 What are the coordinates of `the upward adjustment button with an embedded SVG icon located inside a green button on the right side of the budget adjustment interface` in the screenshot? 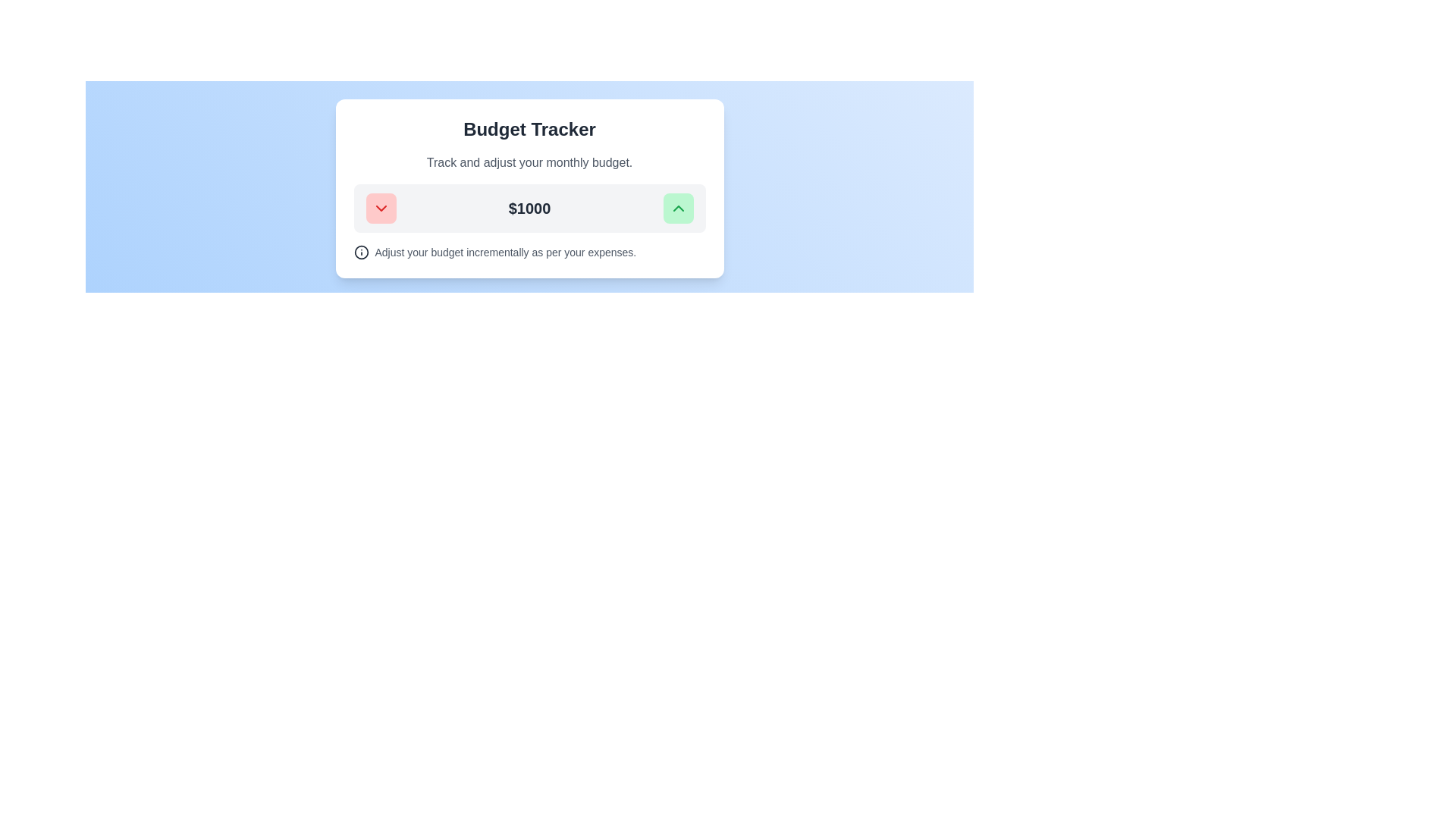 It's located at (677, 208).